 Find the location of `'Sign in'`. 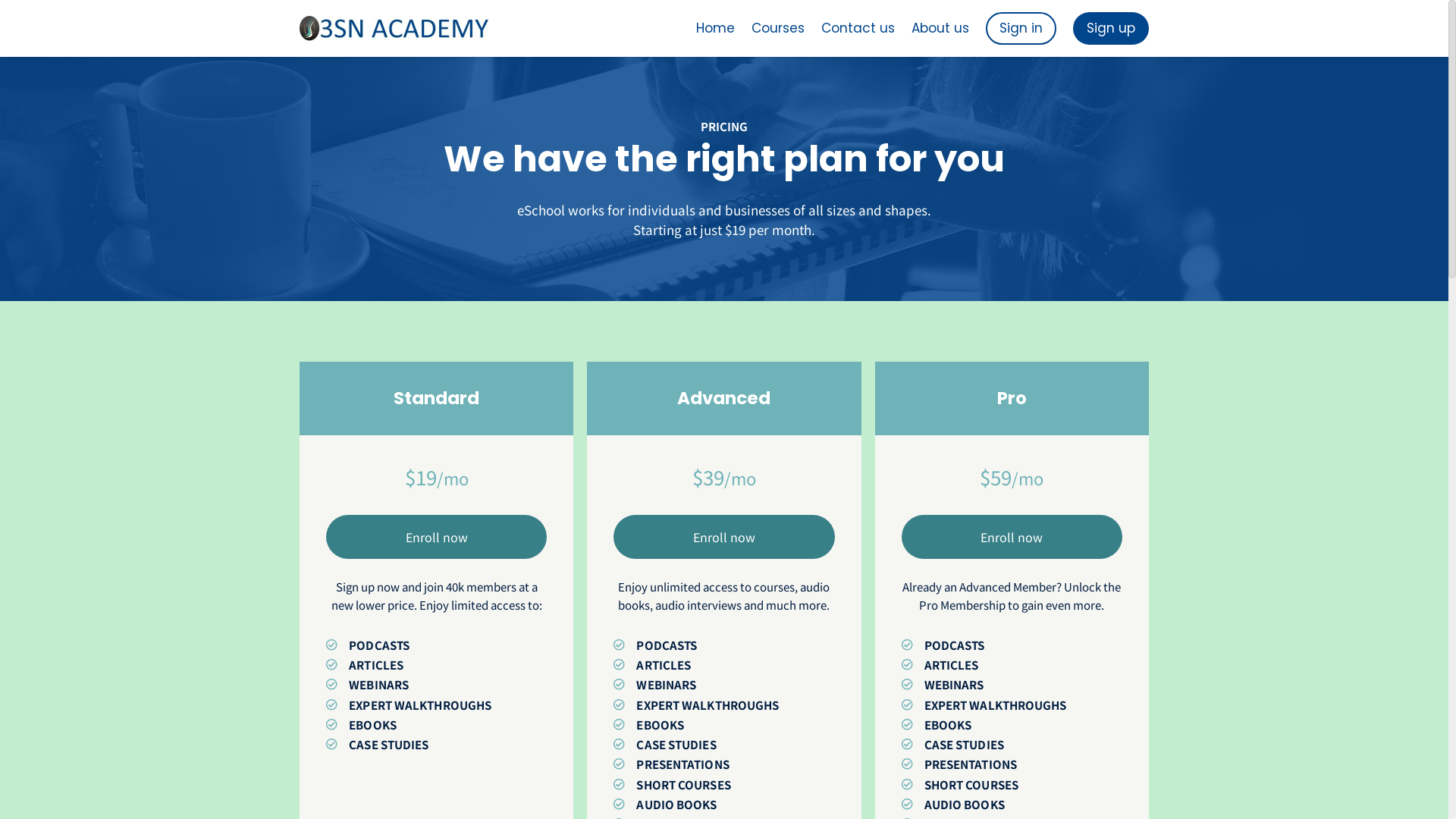

'Sign in' is located at coordinates (1021, 28).